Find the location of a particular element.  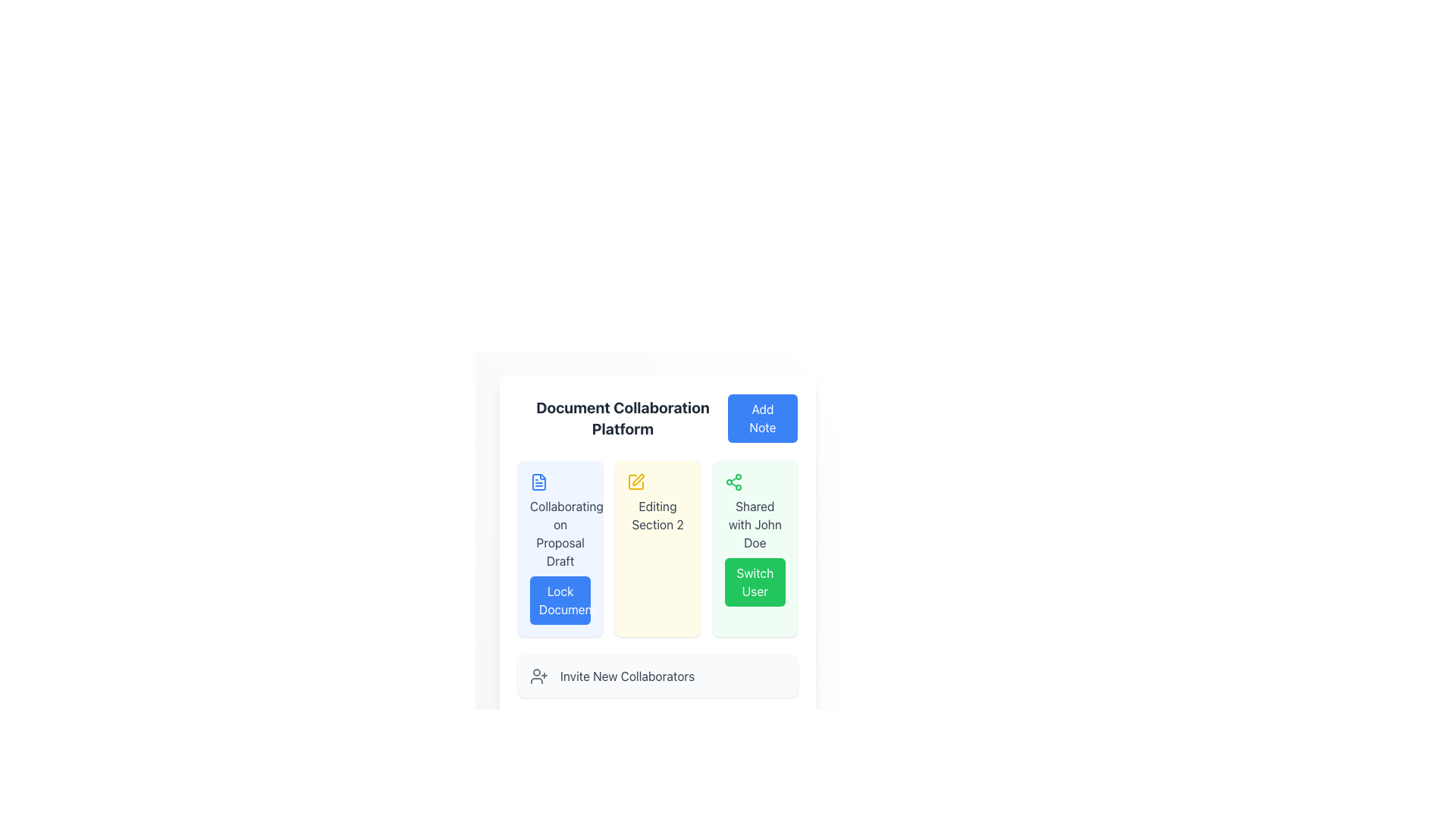

the document icon with a blue color located in the top-left box of the 'Collaborating on Proposal Draft' card is located at coordinates (538, 482).